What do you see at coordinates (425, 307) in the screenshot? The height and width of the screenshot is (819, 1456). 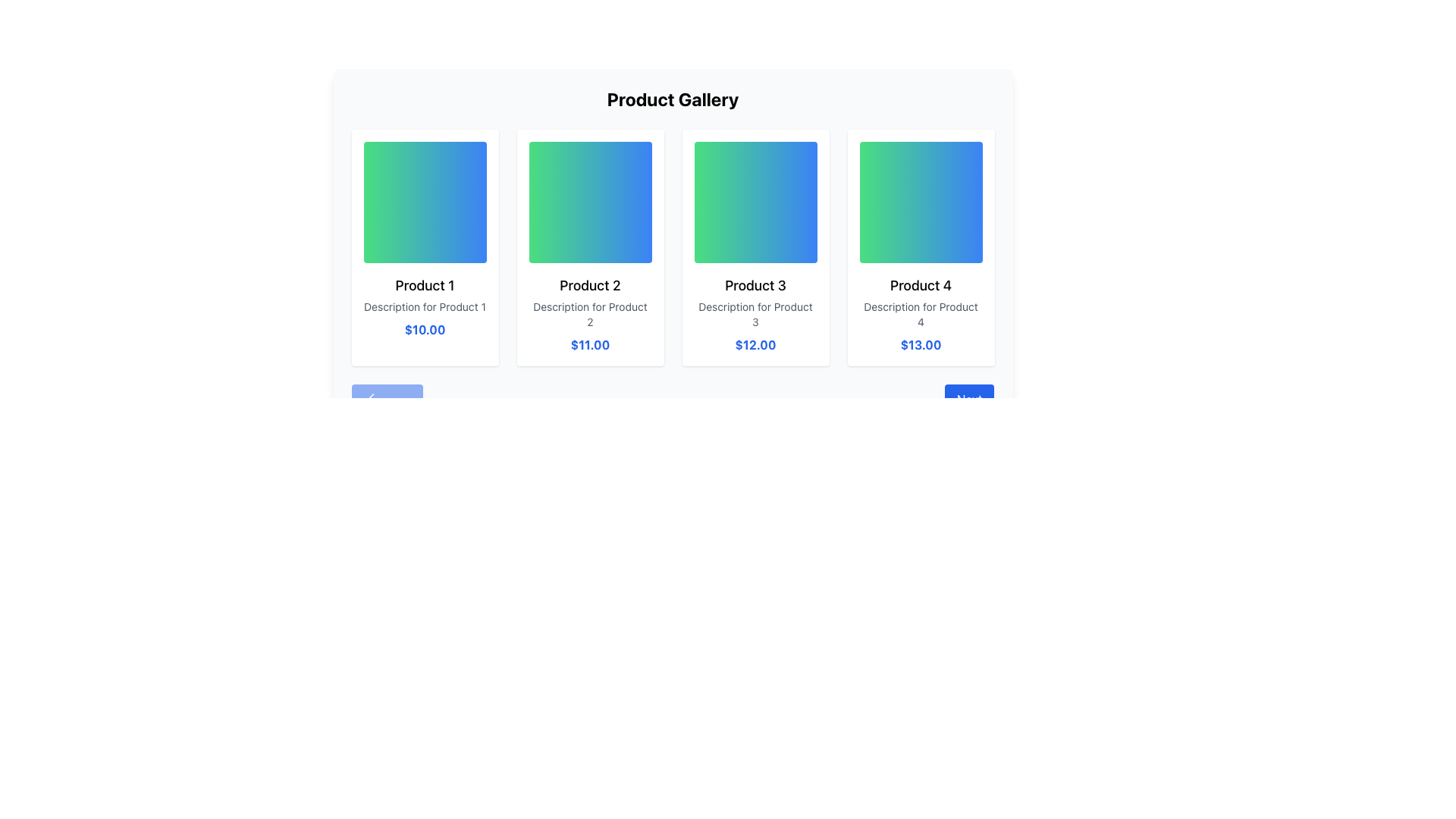 I see `the text label that describes the product displayed in the first card of the product grid, located below the title 'Product 1' and above the price label '$10.00'` at bounding box center [425, 307].